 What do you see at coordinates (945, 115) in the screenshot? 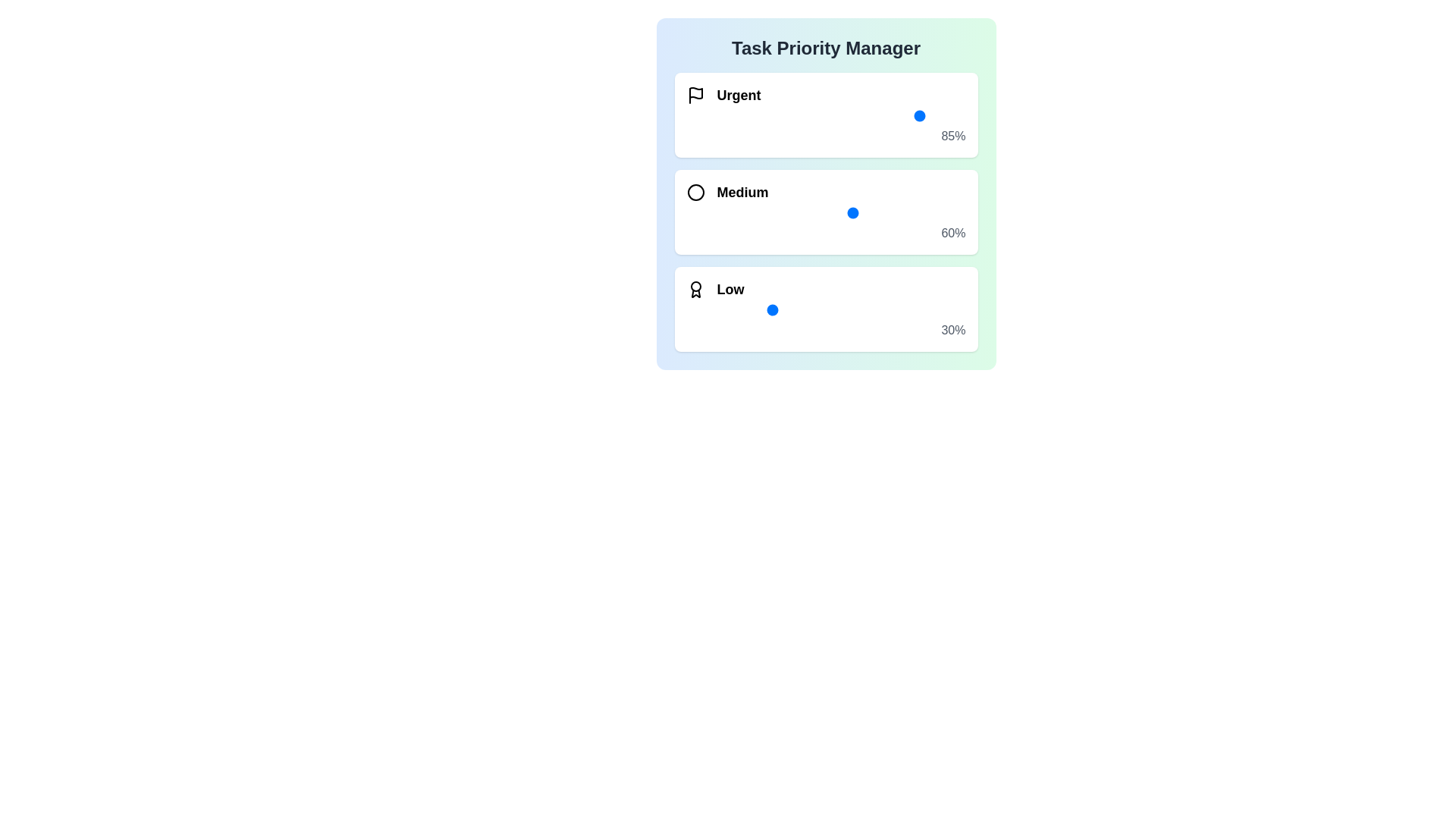
I see `the priority slider for the 'Urgent' task to 93%` at bounding box center [945, 115].